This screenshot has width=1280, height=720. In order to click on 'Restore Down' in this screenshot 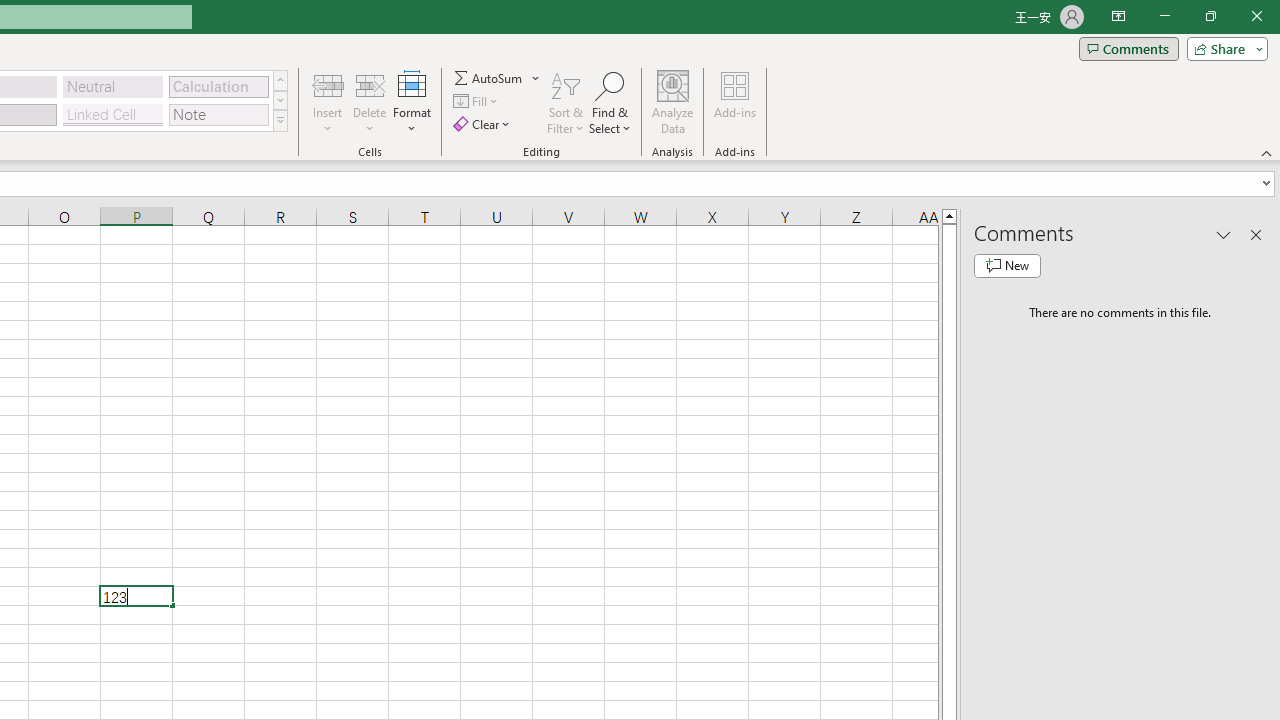, I will do `click(1209, 16)`.